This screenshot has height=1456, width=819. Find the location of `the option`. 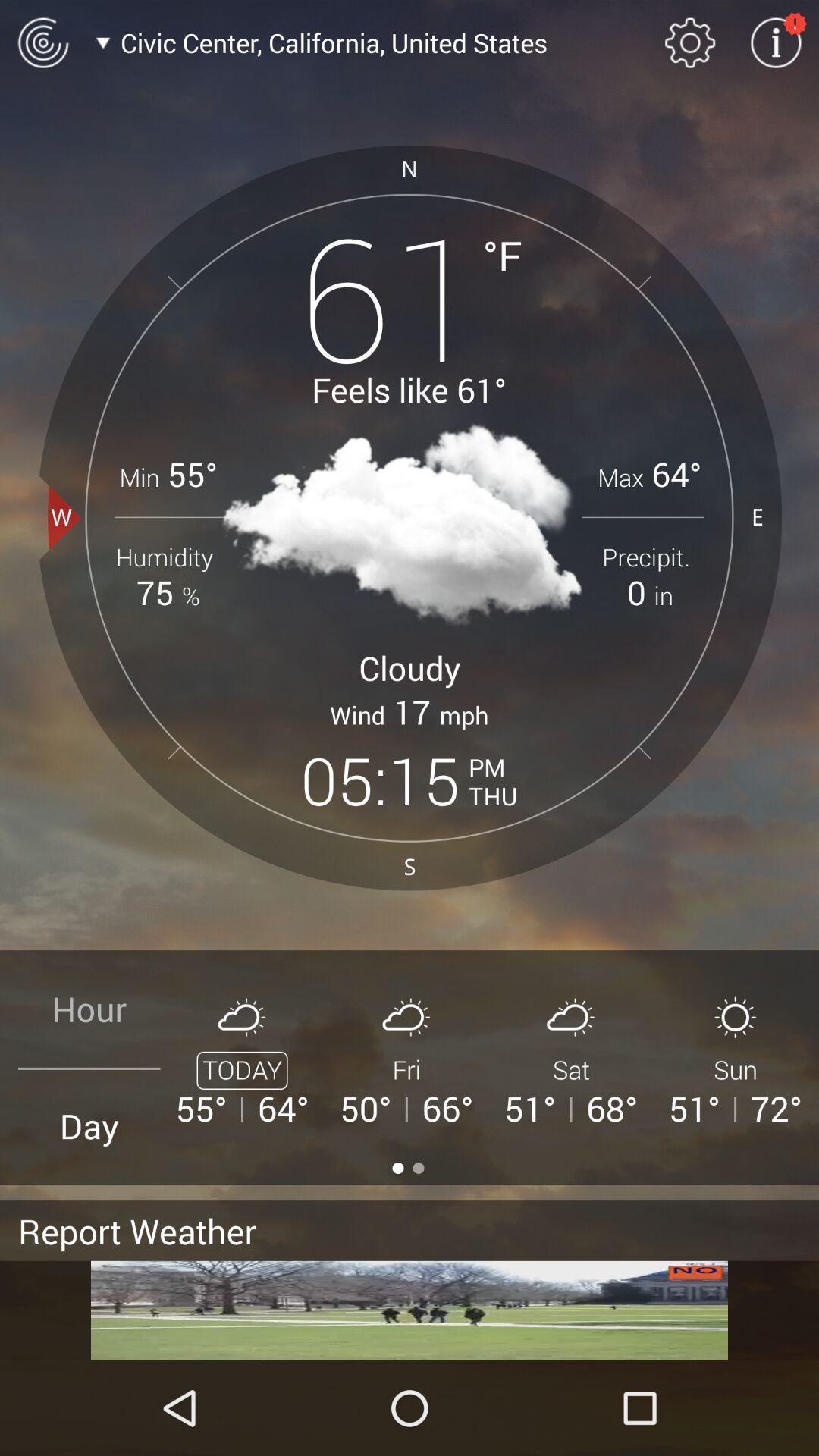

the option is located at coordinates (409, 1310).